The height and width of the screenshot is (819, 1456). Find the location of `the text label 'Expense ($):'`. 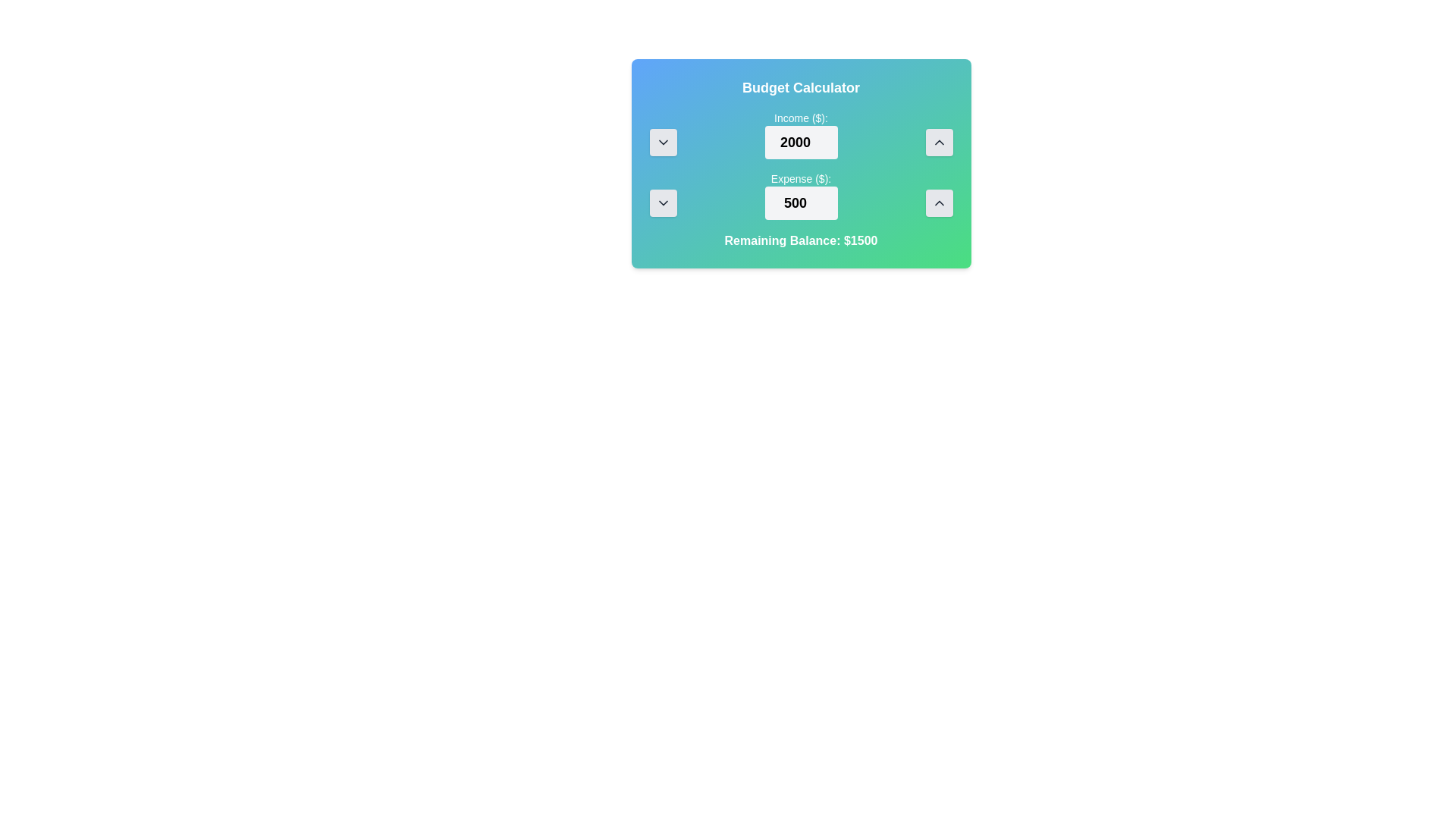

the text label 'Expense ($):' is located at coordinates (800, 177).